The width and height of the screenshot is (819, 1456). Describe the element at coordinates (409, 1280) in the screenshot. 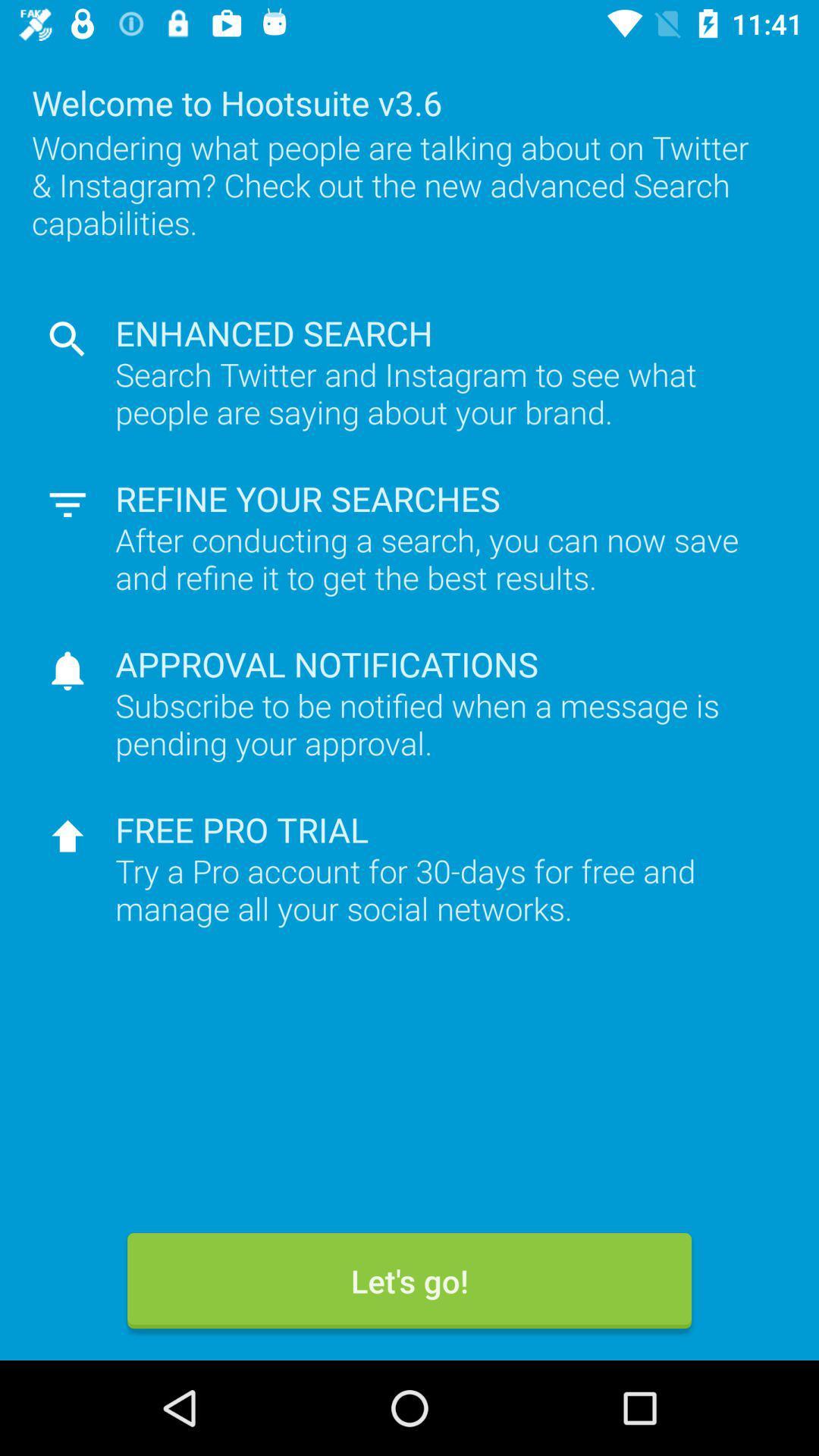

I see `the item below try a pro item` at that location.